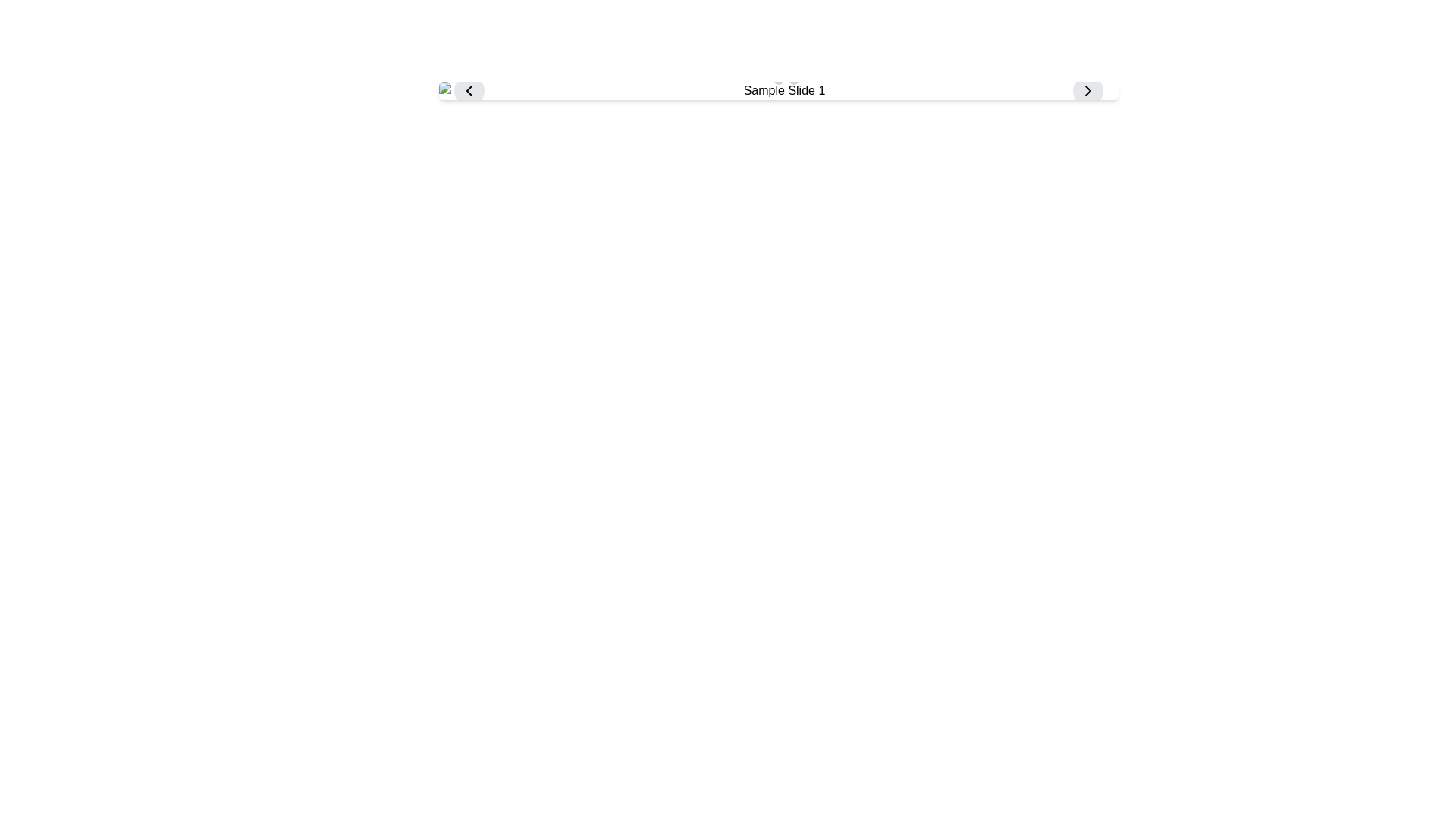 This screenshot has height=819, width=1456. What do you see at coordinates (1087, 90) in the screenshot?
I see `the rightward-pointing chevron icon located at the far-right side of the navigation bar` at bounding box center [1087, 90].